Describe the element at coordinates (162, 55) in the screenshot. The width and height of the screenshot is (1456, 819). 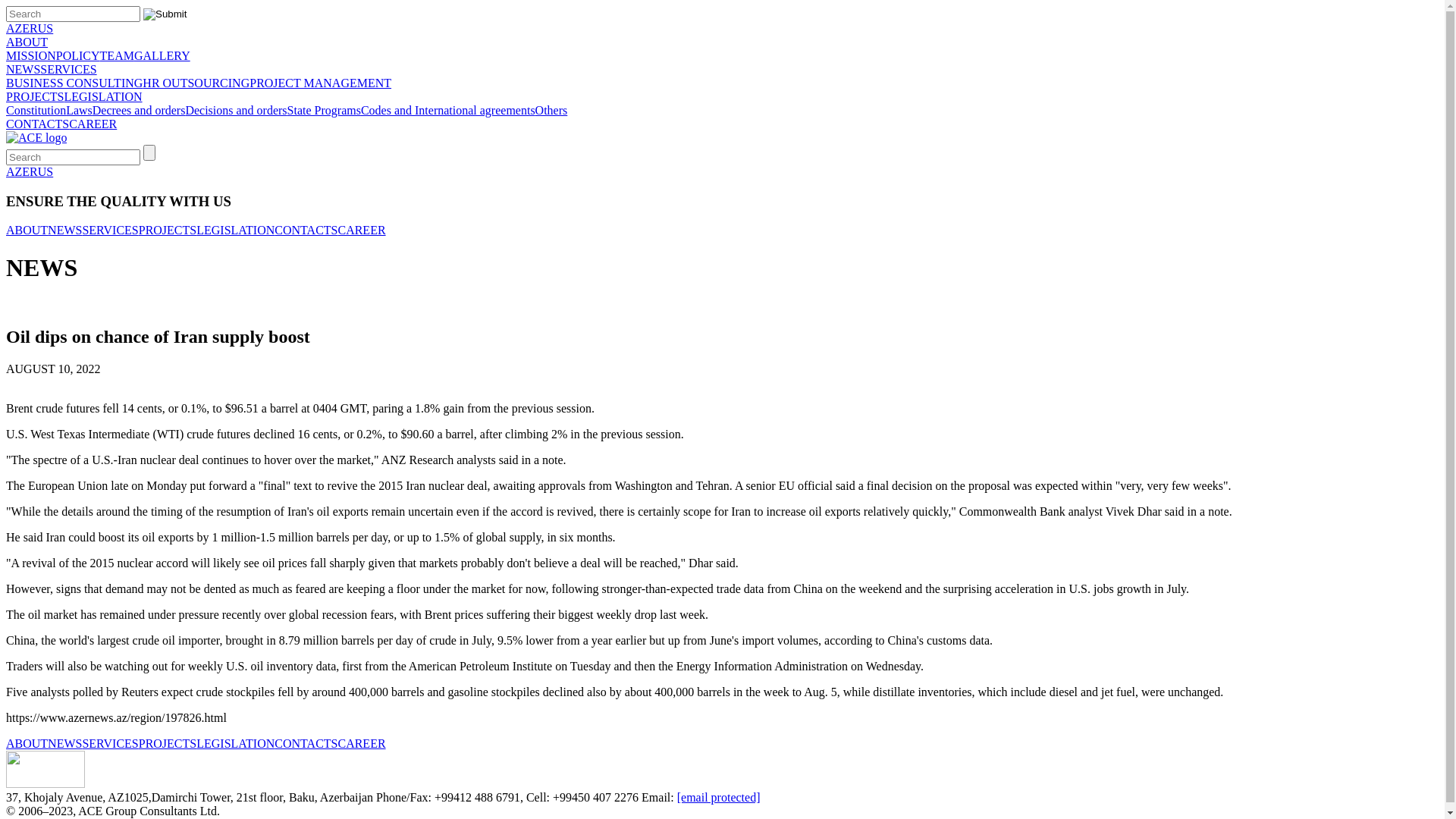
I see `'GALLERY'` at that location.